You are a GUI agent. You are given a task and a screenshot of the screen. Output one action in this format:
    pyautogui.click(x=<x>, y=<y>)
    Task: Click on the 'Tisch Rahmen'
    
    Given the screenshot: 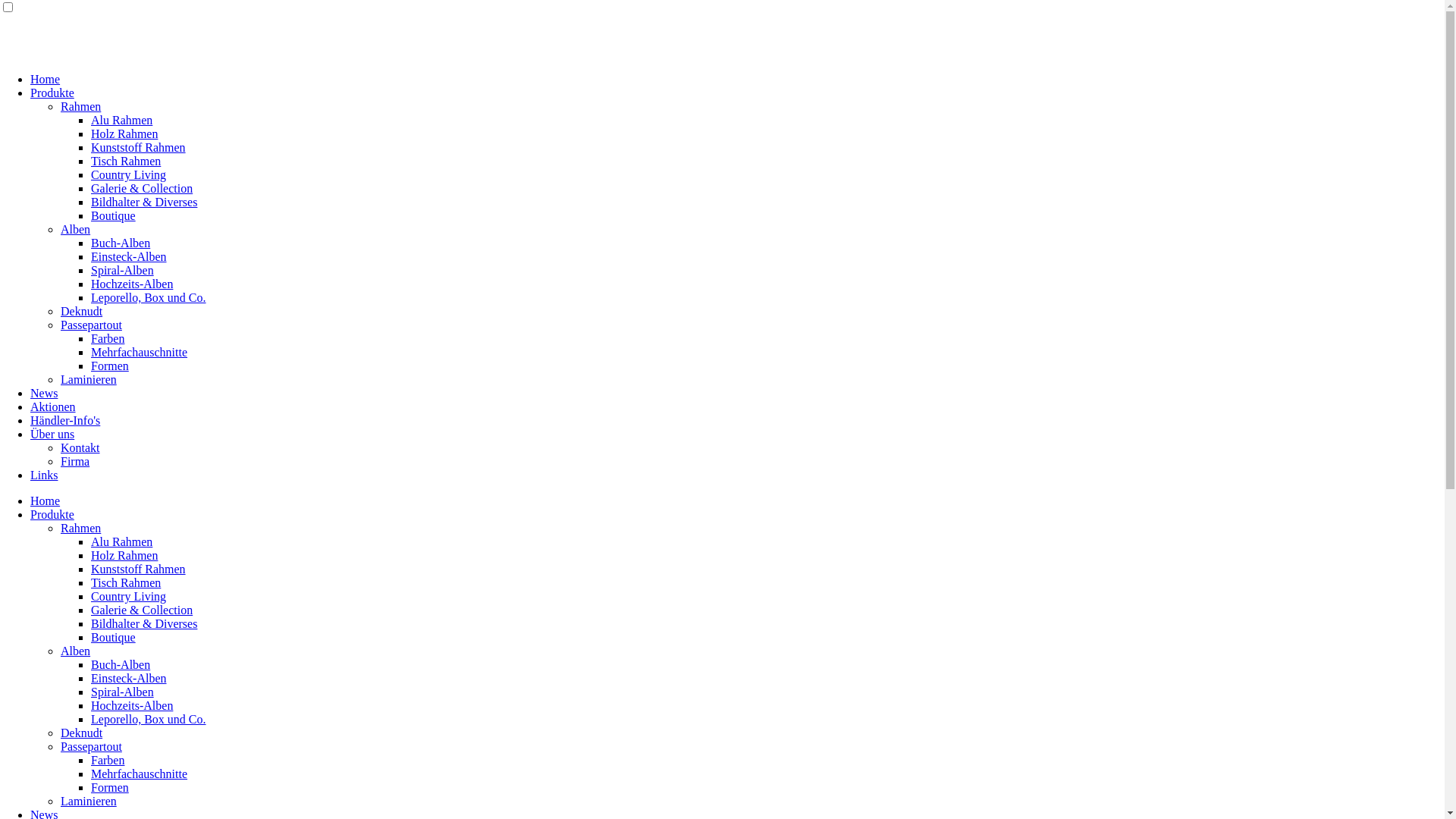 What is the action you would take?
    pyautogui.click(x=126, y=582)
    